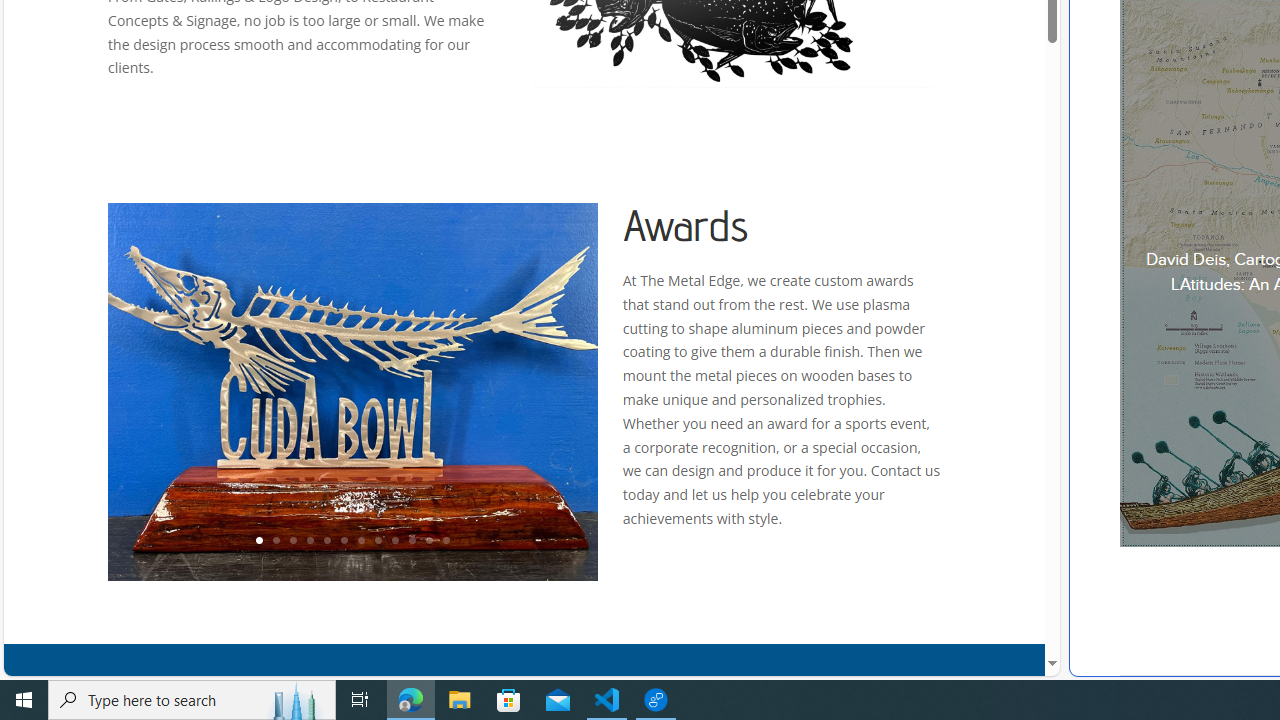 The width and height of the screenshot is (1280, 720). Describe the element at coordinates (344, 541) in the screenshot. I see `'6'` at that location.